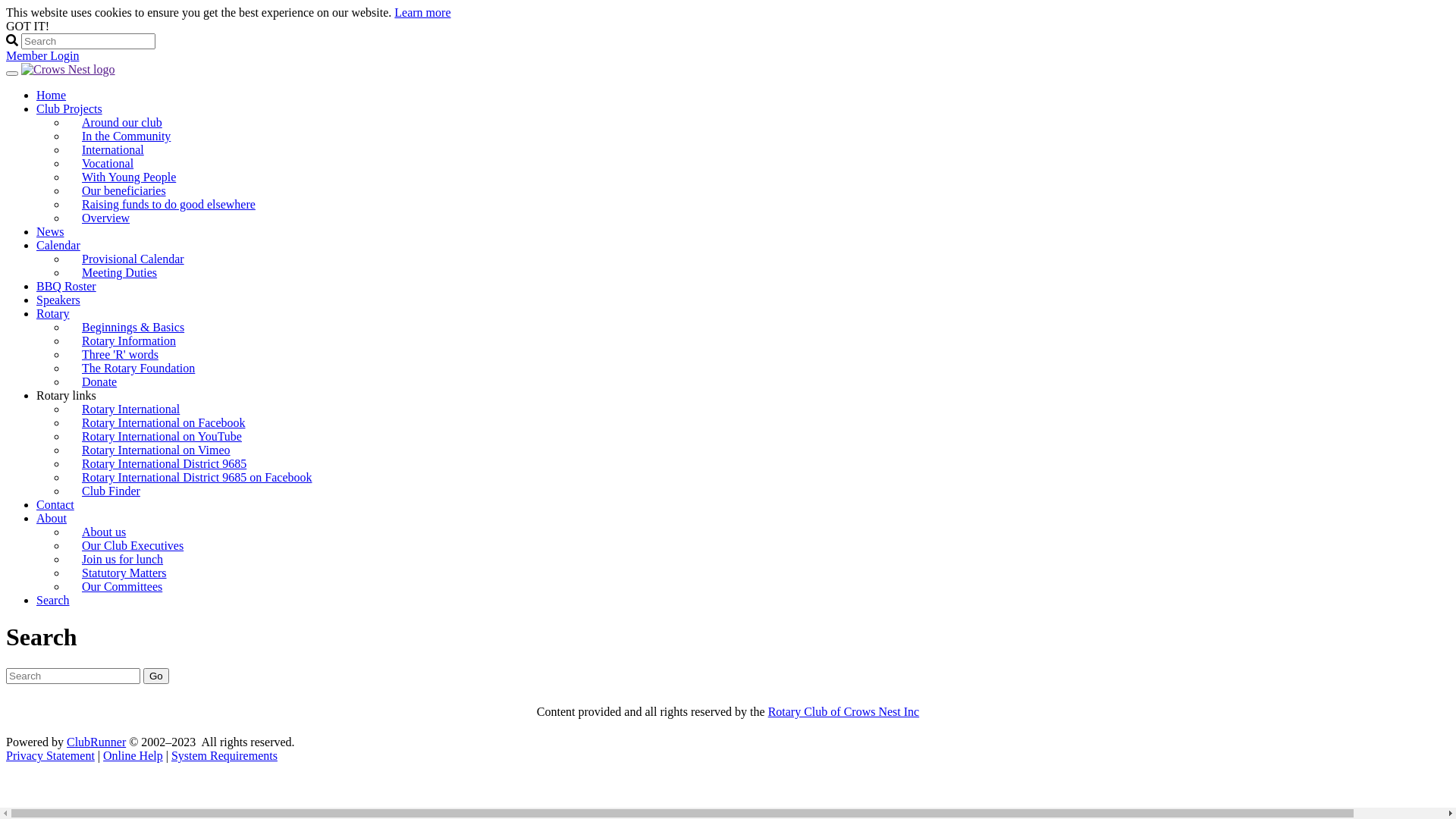 The image size is (1456, 819). Describe the element at coordinates (422, 12) in the screenshot. I see `'Learn more'` at that location.